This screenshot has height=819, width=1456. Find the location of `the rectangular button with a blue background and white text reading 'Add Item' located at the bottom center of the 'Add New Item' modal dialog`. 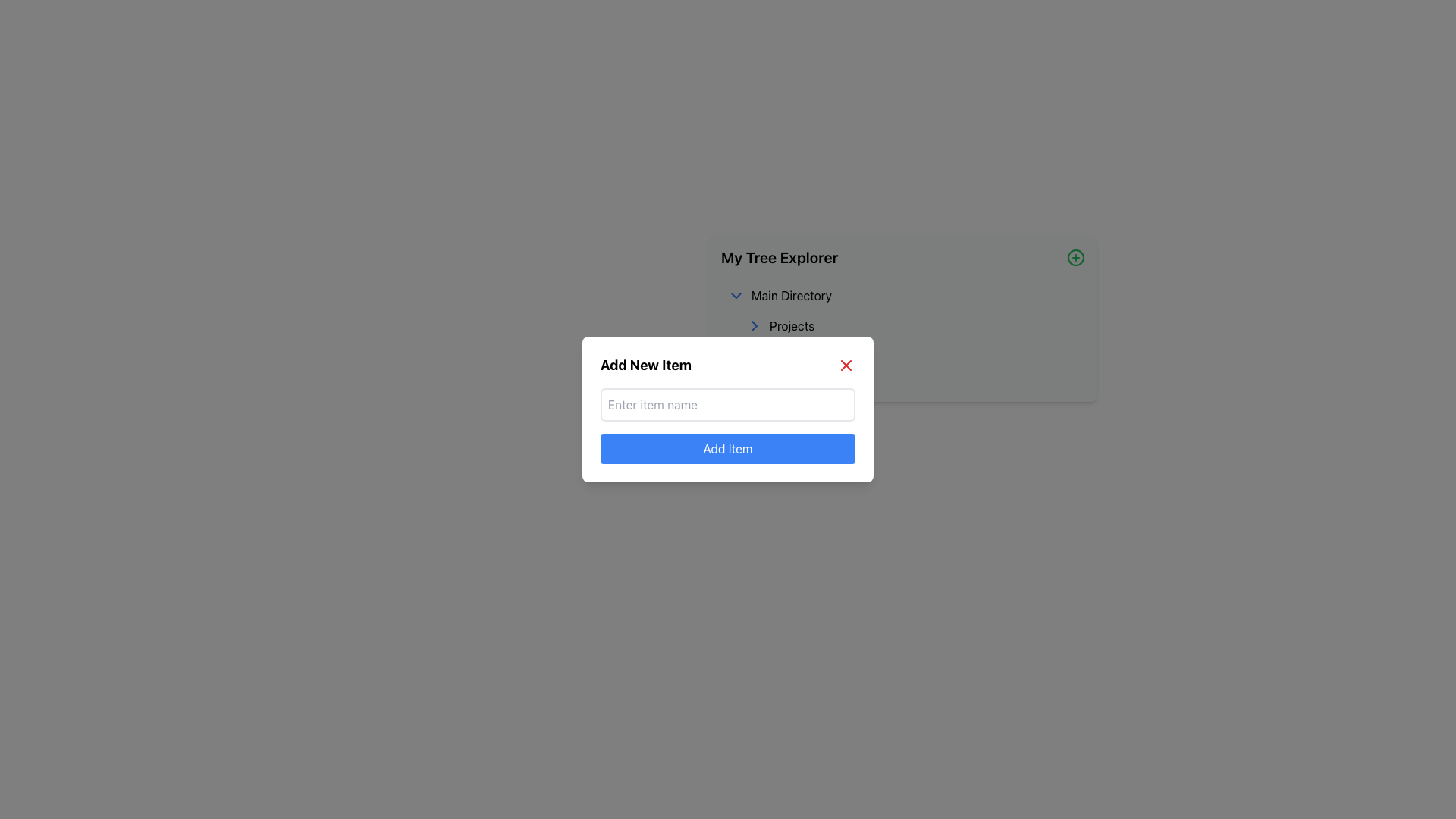

the rectangular button with a blue background and white text reading 'Add Item' located at the bottom center of the 'Add New Item' modal dialog is located at coordinates (728, 447).